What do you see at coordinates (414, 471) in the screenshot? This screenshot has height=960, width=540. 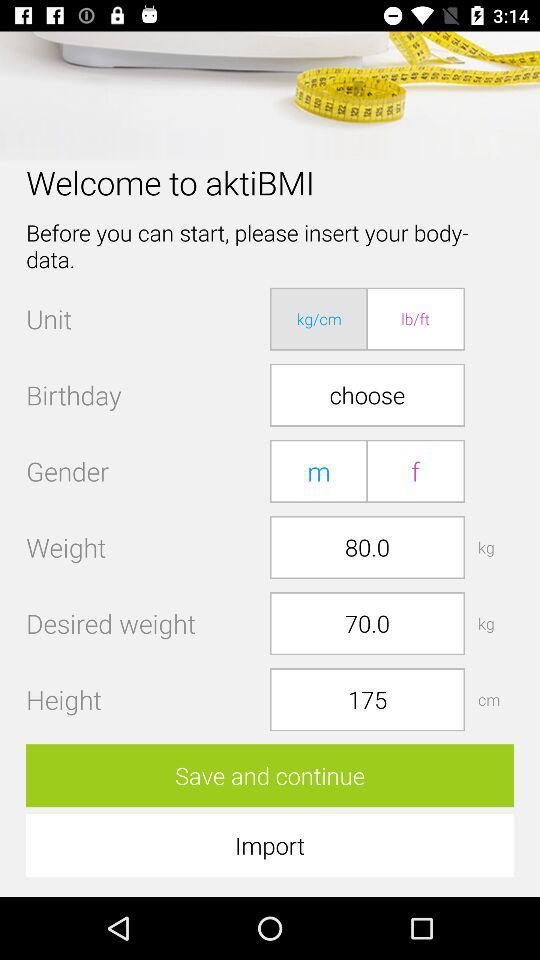 I see `button above the 80.0 button` at bounding box center [414, 471].